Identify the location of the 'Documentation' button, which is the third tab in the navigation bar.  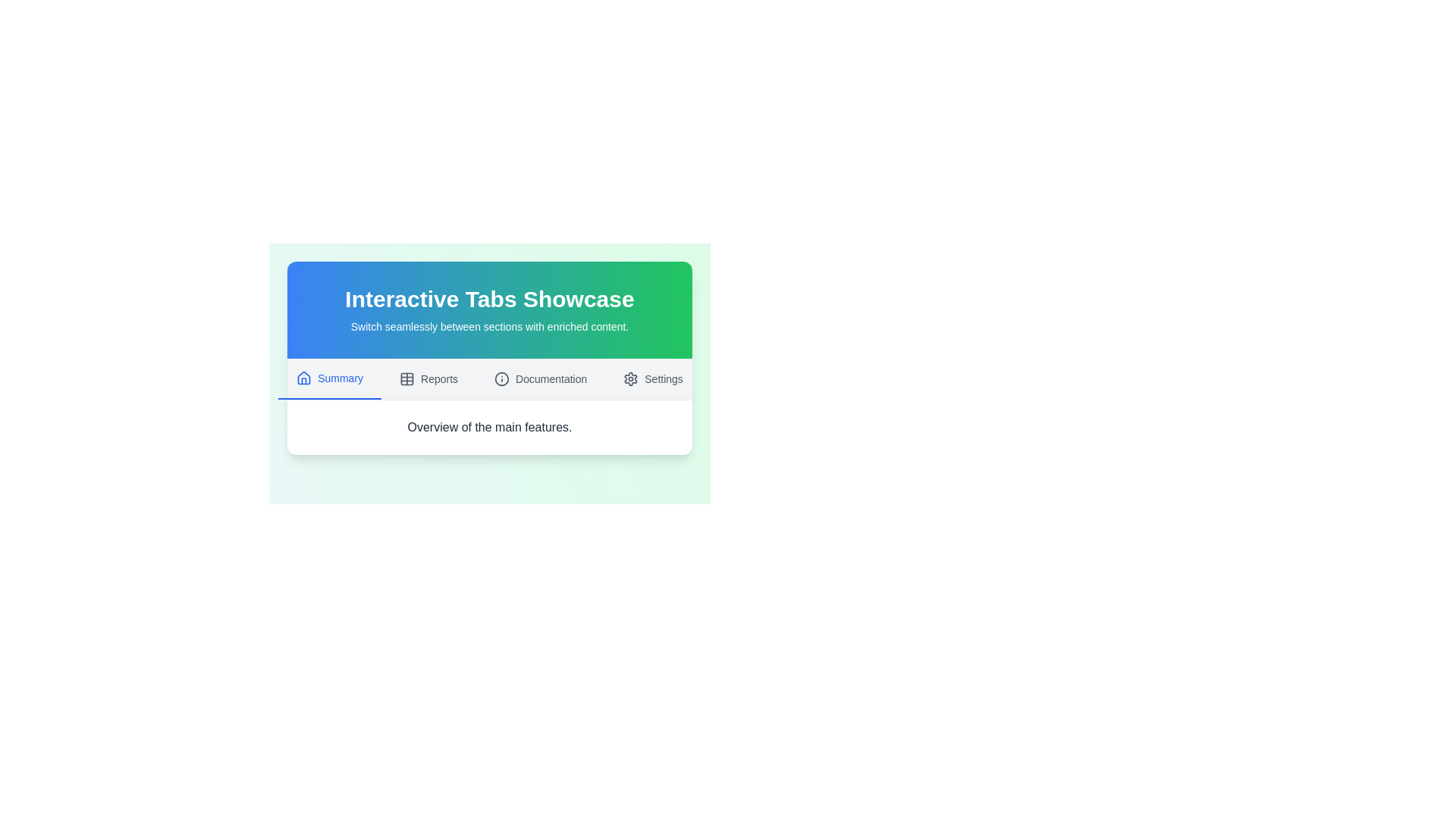
(541, 378).